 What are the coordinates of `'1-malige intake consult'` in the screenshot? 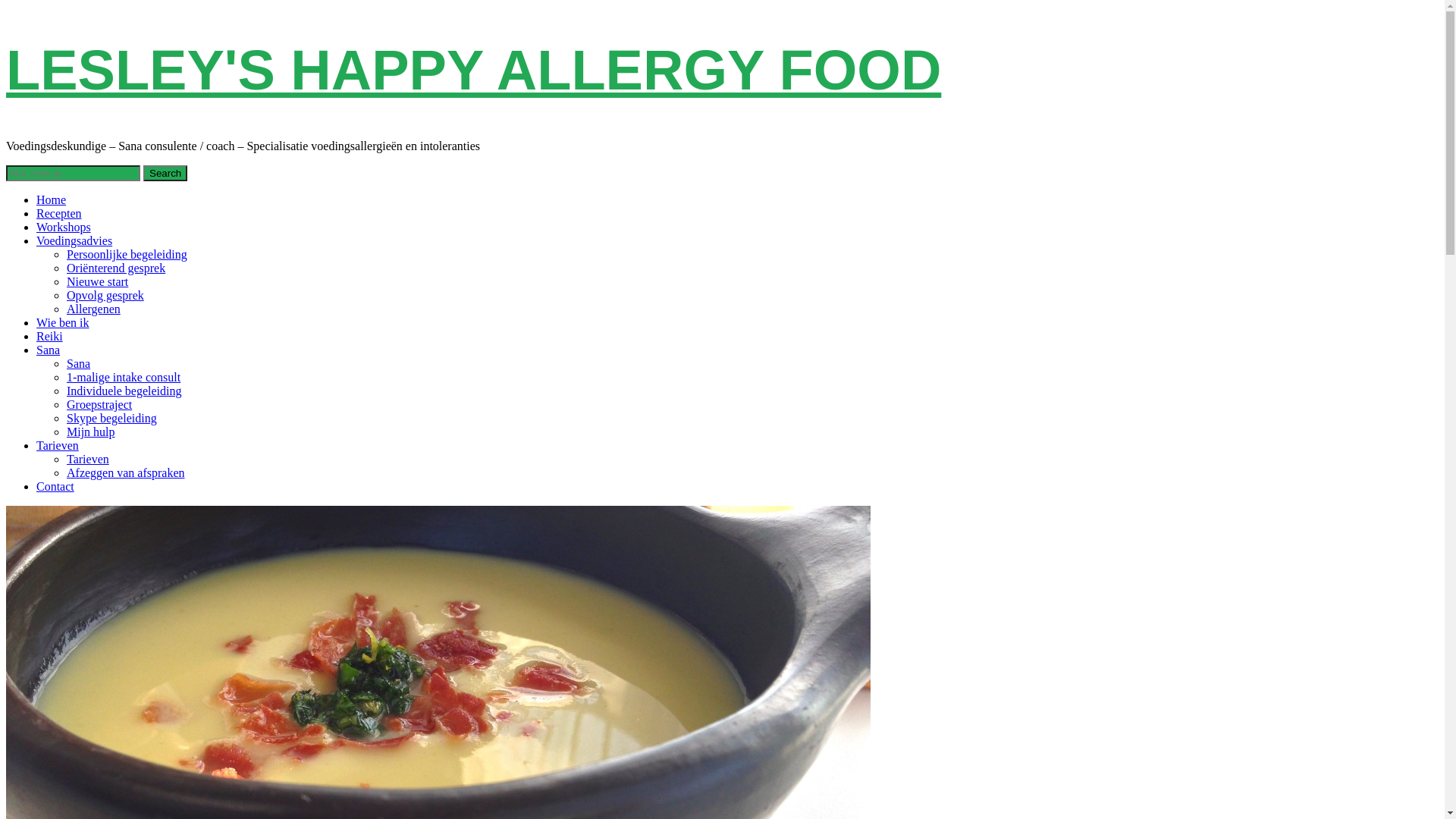 It's located at (124, 376).